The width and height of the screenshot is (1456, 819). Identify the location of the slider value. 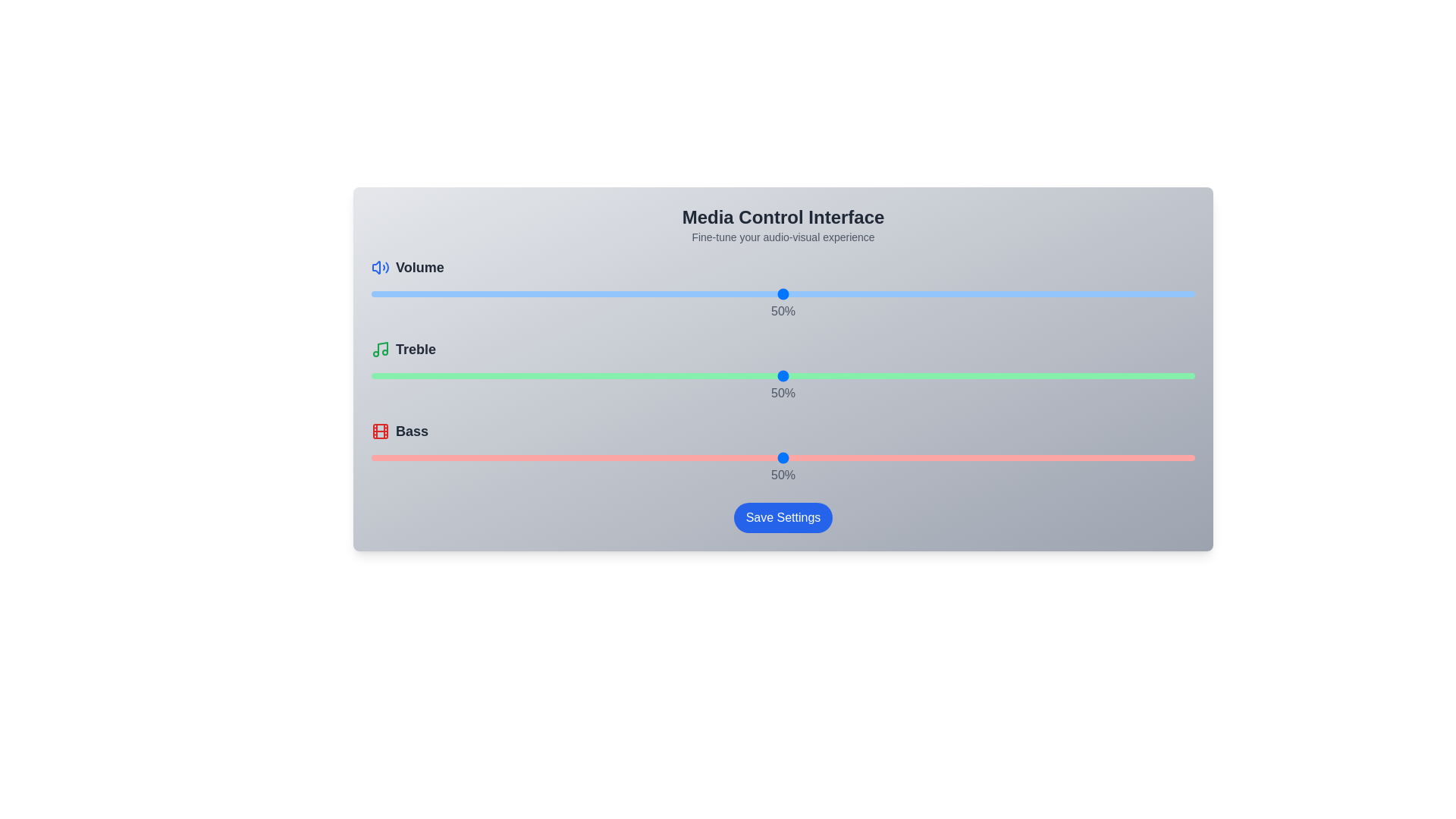
(914, 375).